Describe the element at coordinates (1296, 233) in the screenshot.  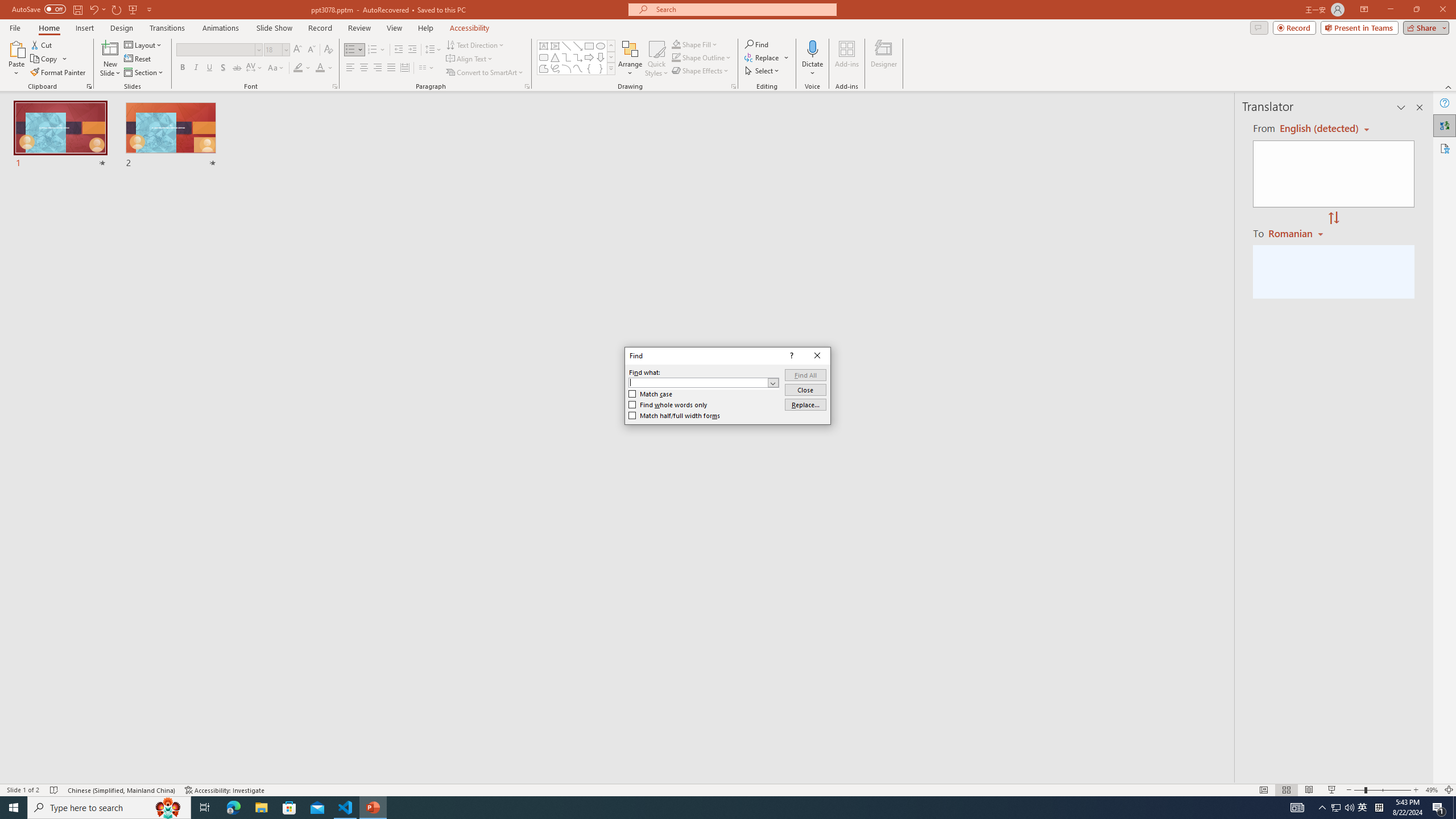
I see `'Romanian'` at that location.